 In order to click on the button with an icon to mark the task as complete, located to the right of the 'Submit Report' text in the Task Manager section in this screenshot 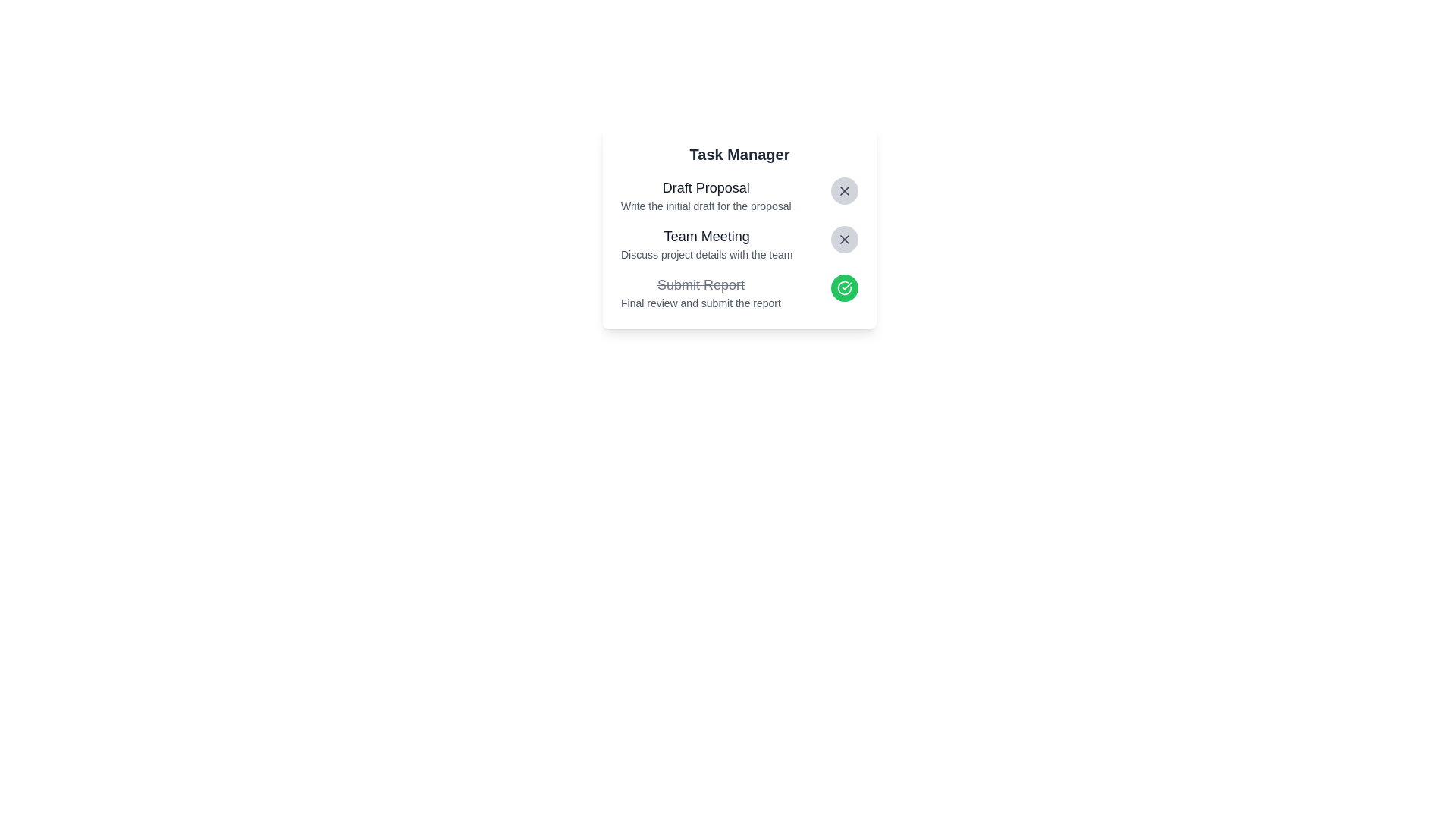, I will do `click(843, 288)`.